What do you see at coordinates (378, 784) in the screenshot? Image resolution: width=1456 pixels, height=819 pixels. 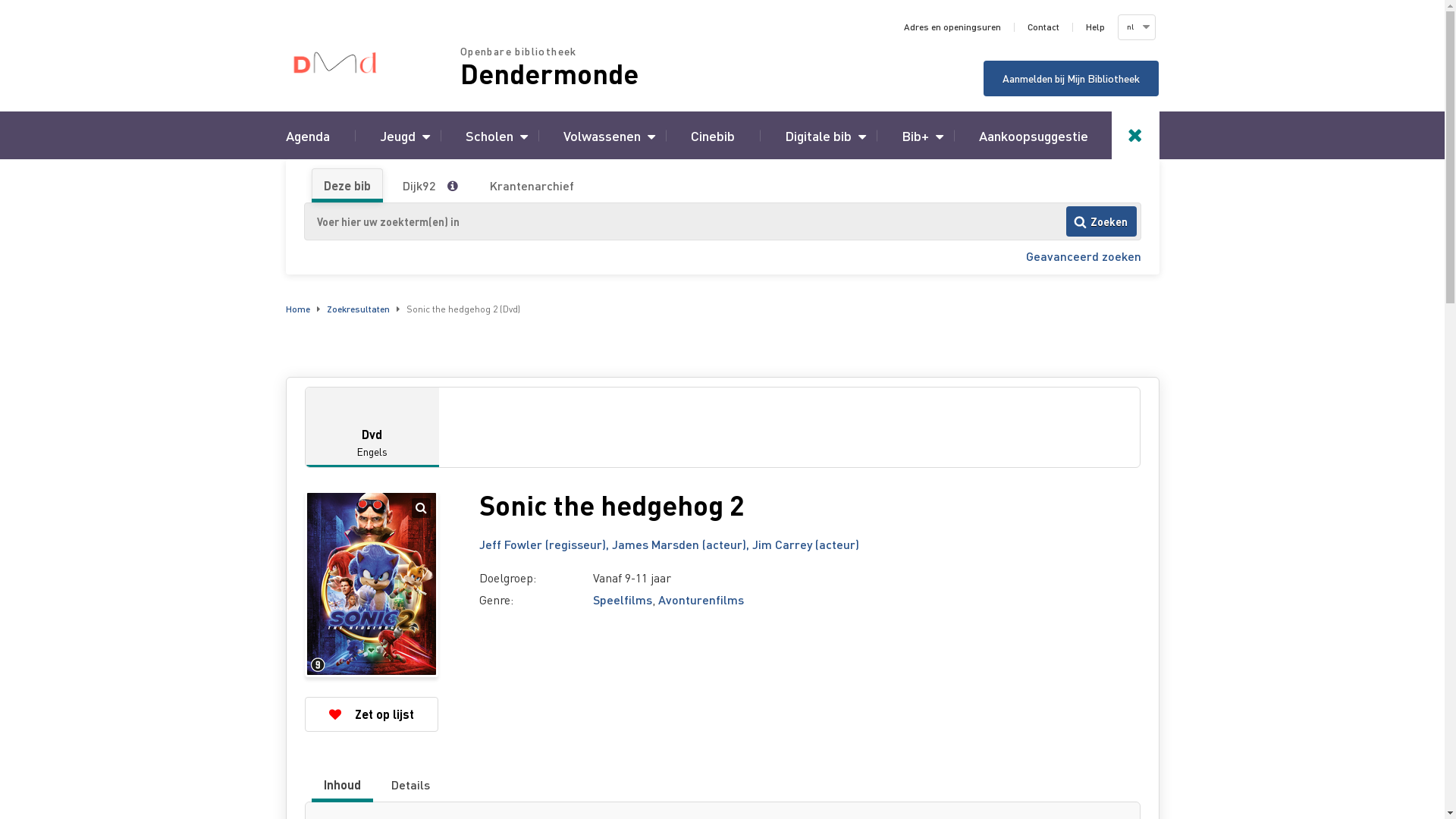 I see `'Details'` at bounding box center [378, 784].